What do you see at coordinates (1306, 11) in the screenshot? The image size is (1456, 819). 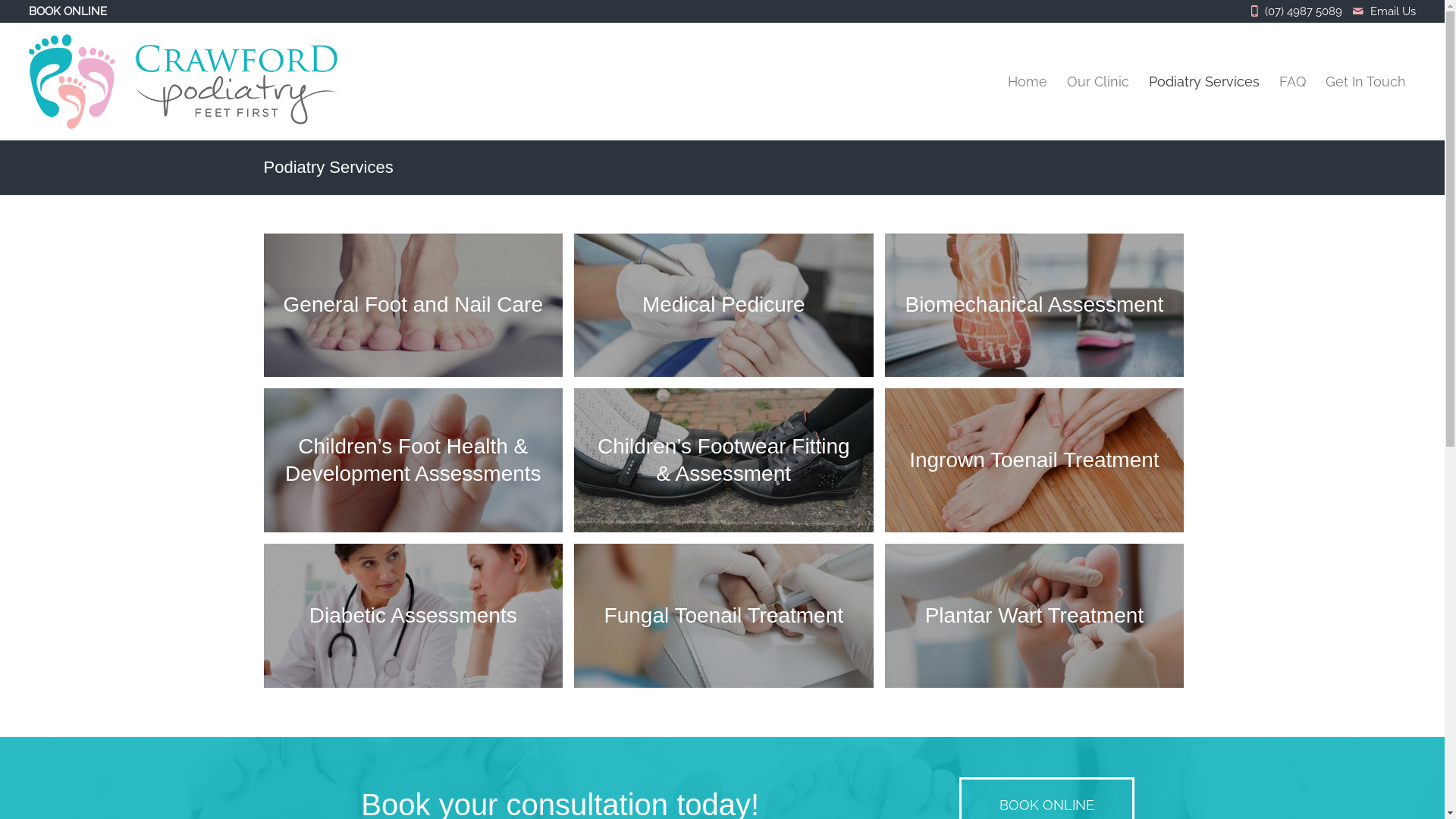 I see `'(07) 4987 5089'` at bounding box center [1306, 11].